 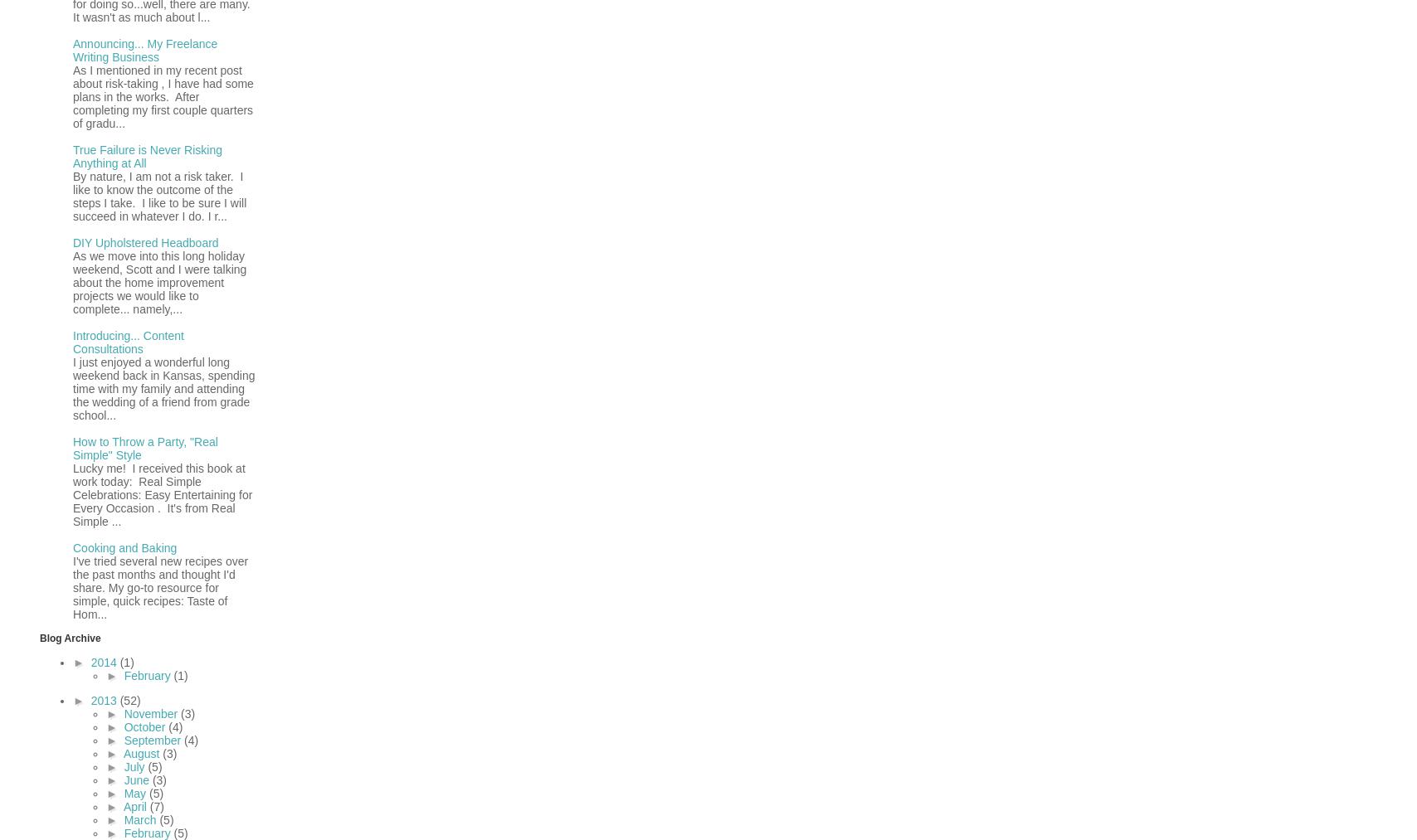 I want to click on 'June', so click(x=138, y=779).